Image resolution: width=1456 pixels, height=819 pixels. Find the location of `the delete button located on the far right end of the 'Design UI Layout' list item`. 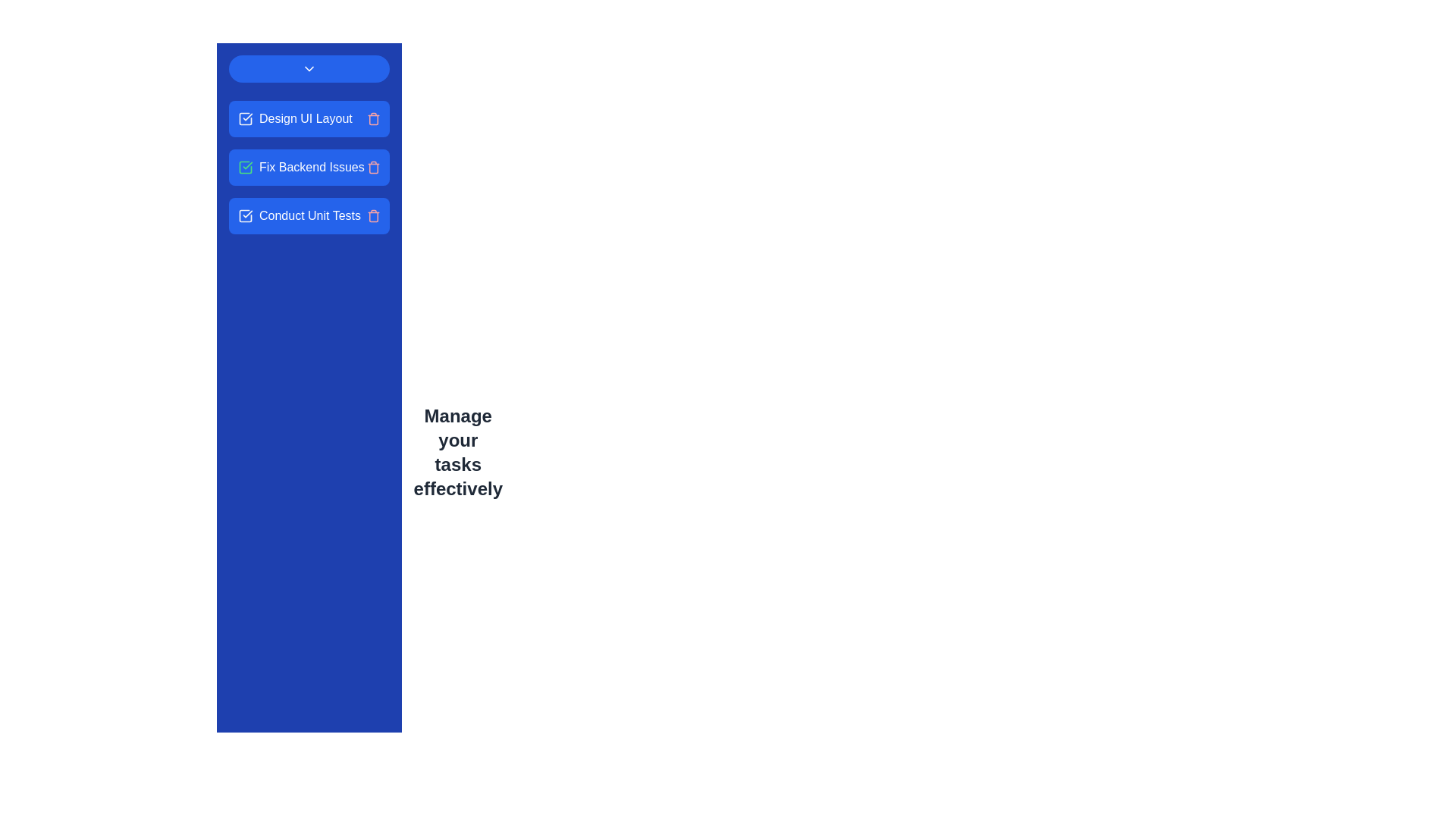

the delete button located on the far right end of the 'Design UI Layout' list item is located at coordinates (373, 118).